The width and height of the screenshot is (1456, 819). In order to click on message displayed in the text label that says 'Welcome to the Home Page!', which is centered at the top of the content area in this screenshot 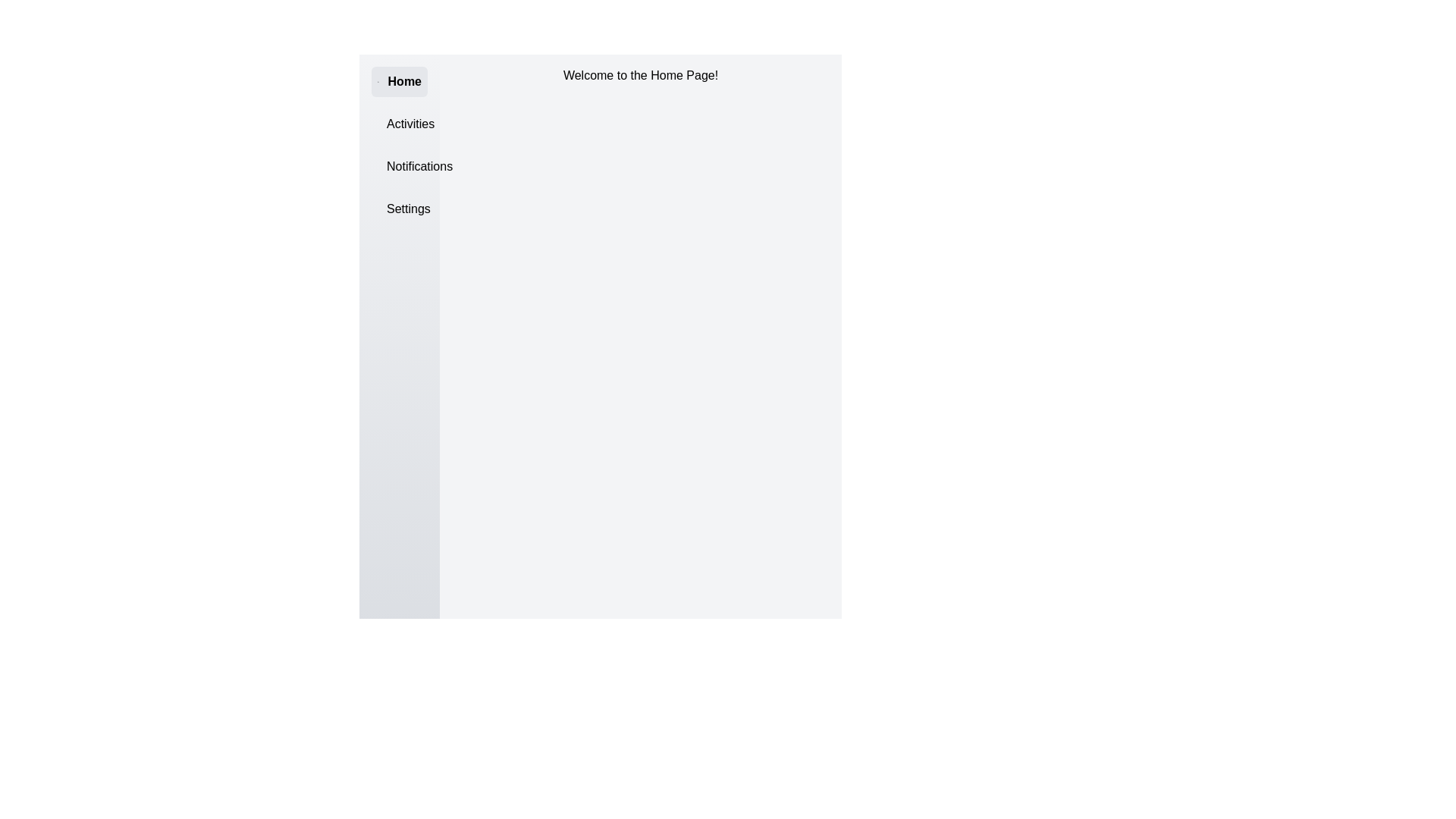, I will do `click(640, 76)`.